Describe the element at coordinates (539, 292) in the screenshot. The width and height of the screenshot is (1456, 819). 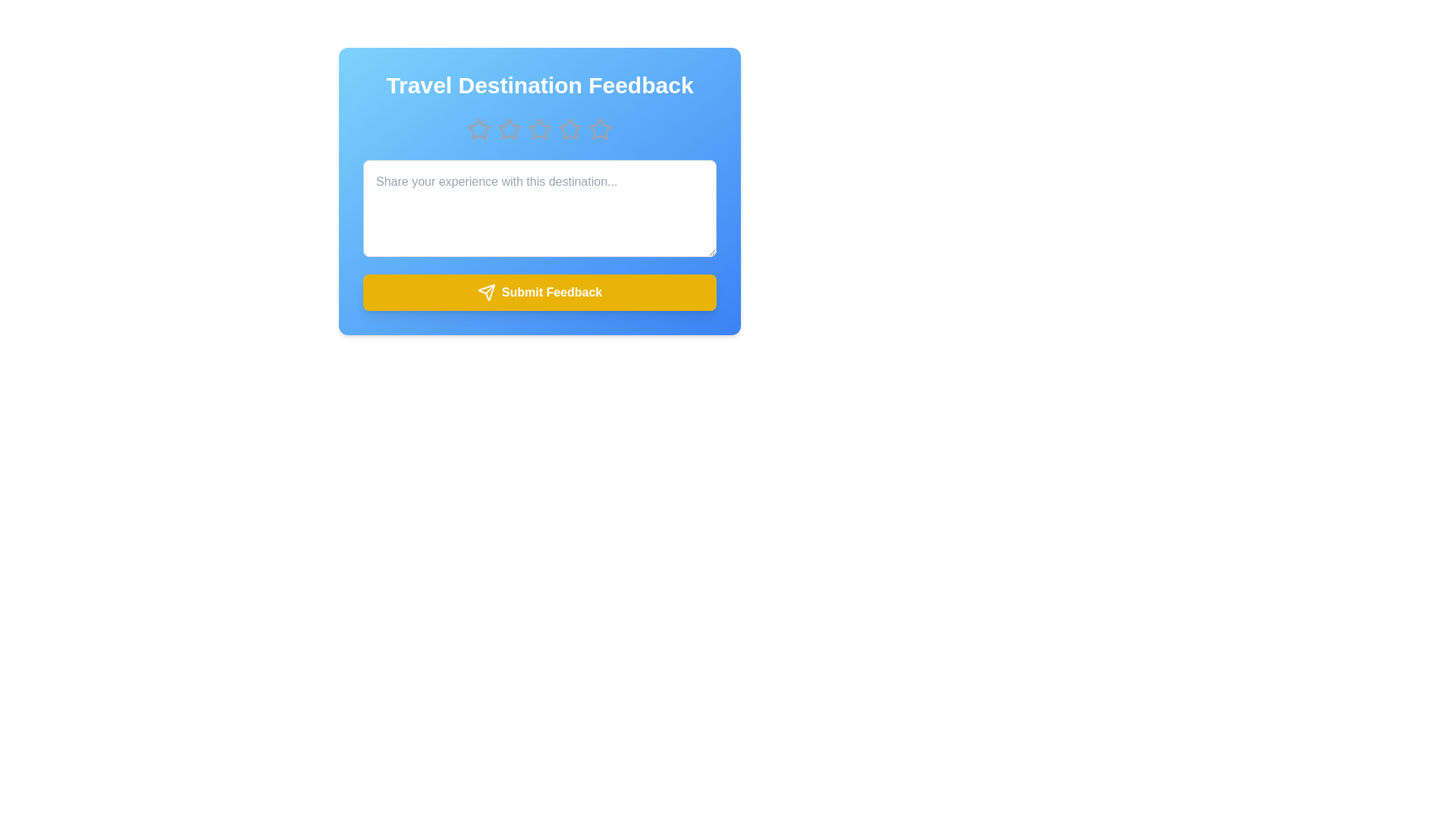
I see `the 'Submit Feedback' button` at that location.